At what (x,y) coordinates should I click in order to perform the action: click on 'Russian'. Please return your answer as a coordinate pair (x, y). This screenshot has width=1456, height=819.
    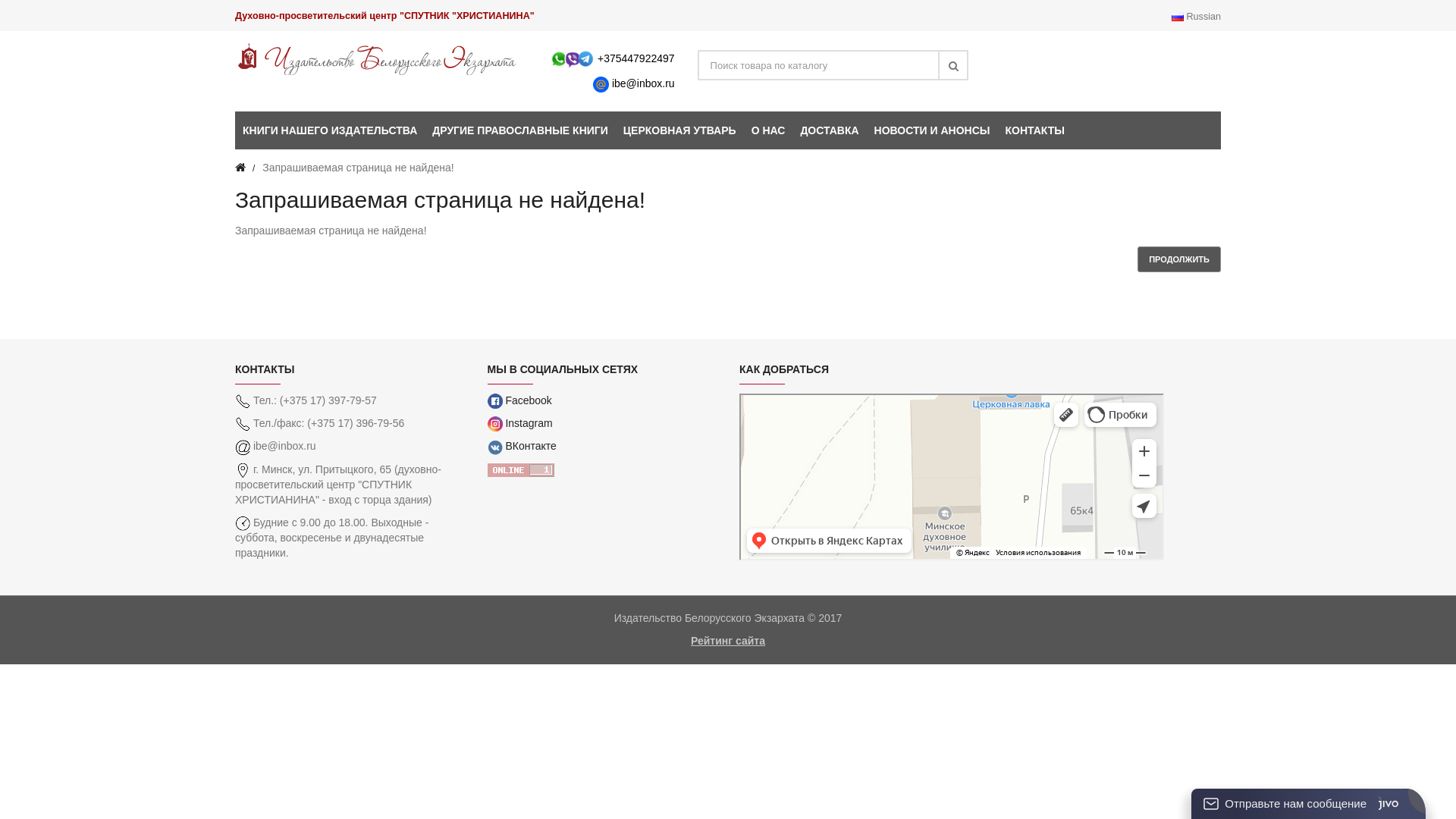
    Looking at the image, I should click on (1177, 17).